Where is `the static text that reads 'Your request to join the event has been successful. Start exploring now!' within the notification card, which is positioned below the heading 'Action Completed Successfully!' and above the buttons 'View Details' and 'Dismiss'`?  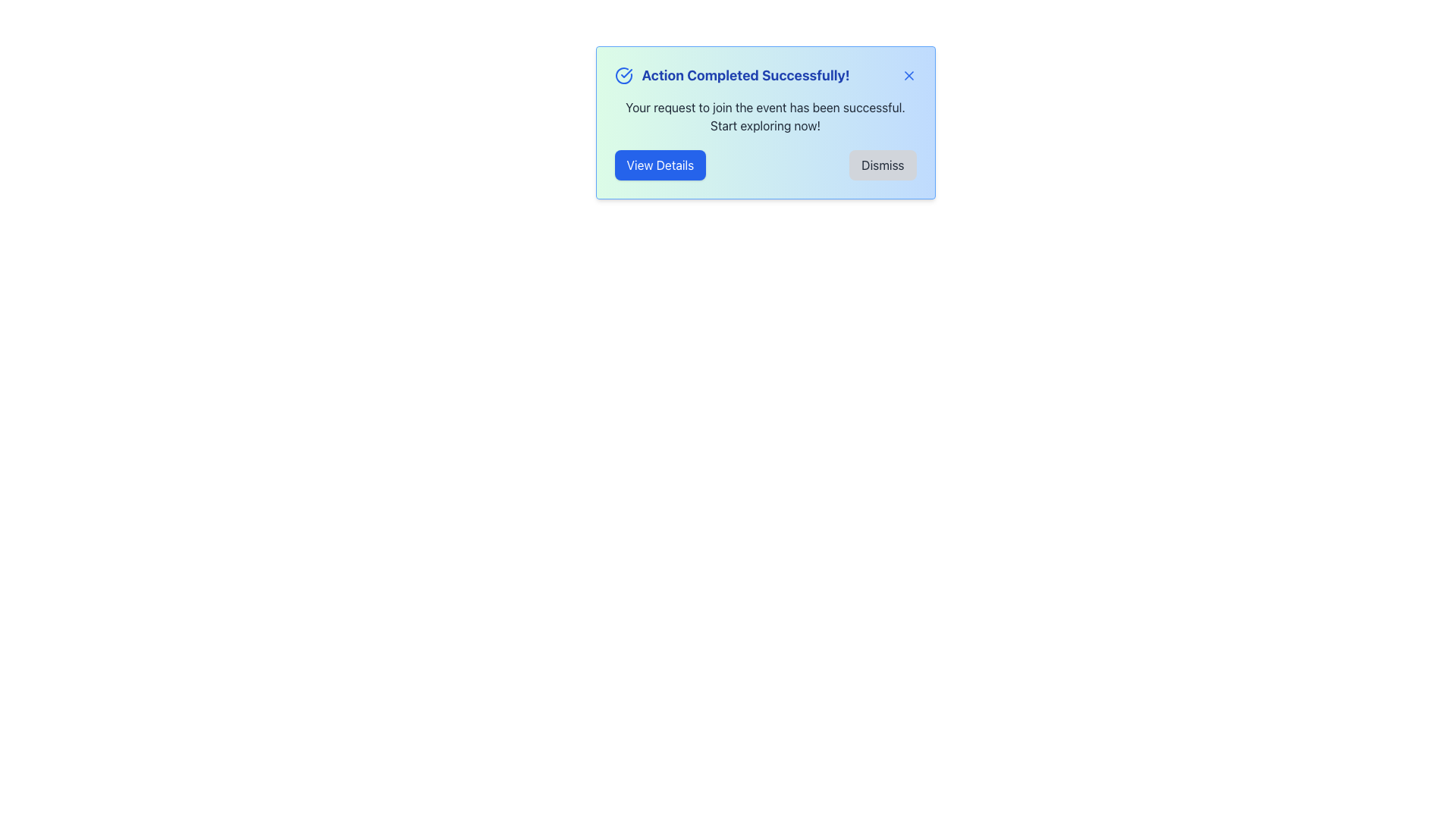 the static text that reads 'Your request to join the event has been successful. Start exploring now!' within the notification card, which is positioned below the heading 'Action Completed Successfully!' and above the buttons 'View Details' and 'Dismiss' is located at coordinates (765, 116).